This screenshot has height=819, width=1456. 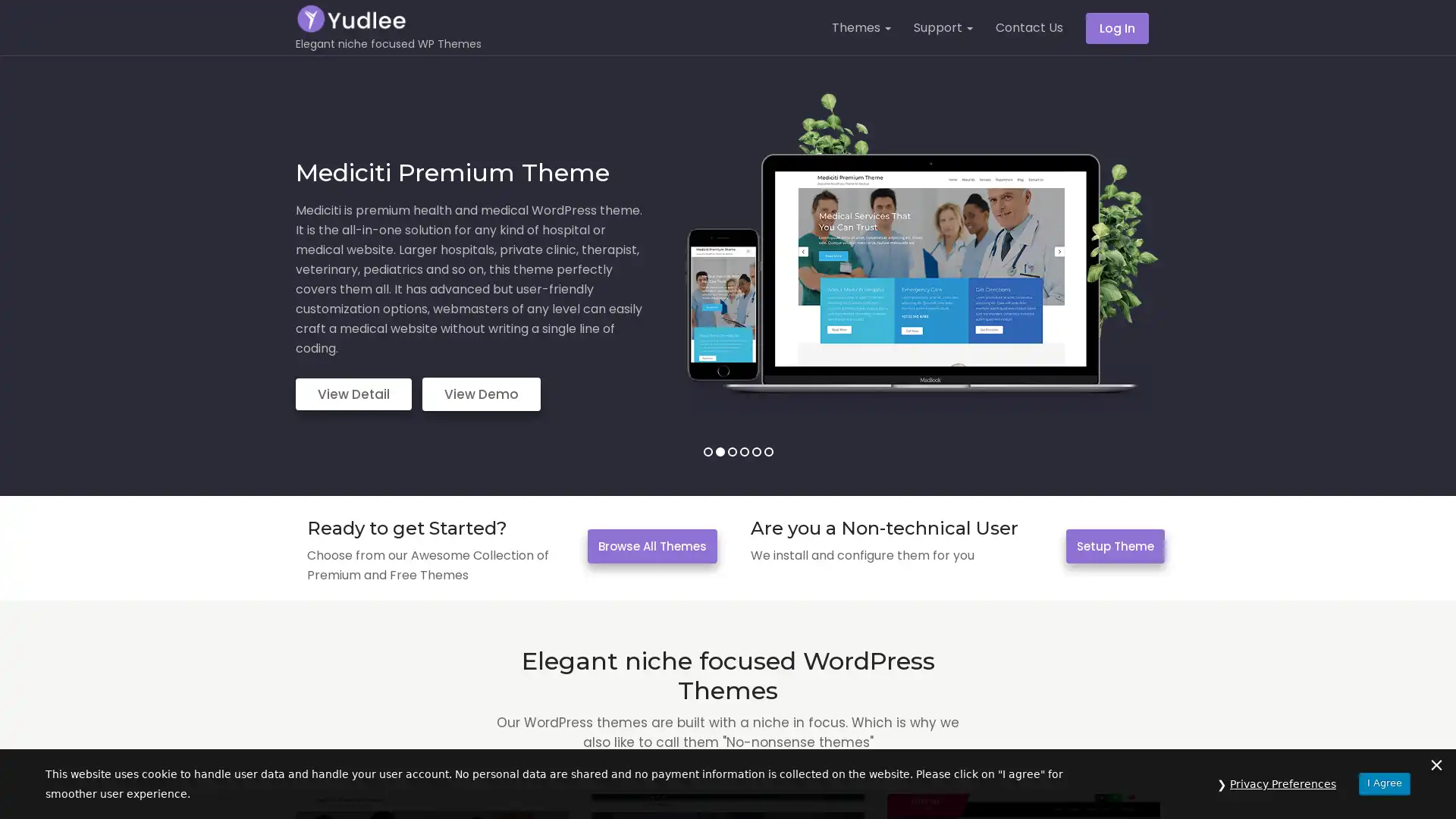 I want to click on 4, so click(x=743, y=451).